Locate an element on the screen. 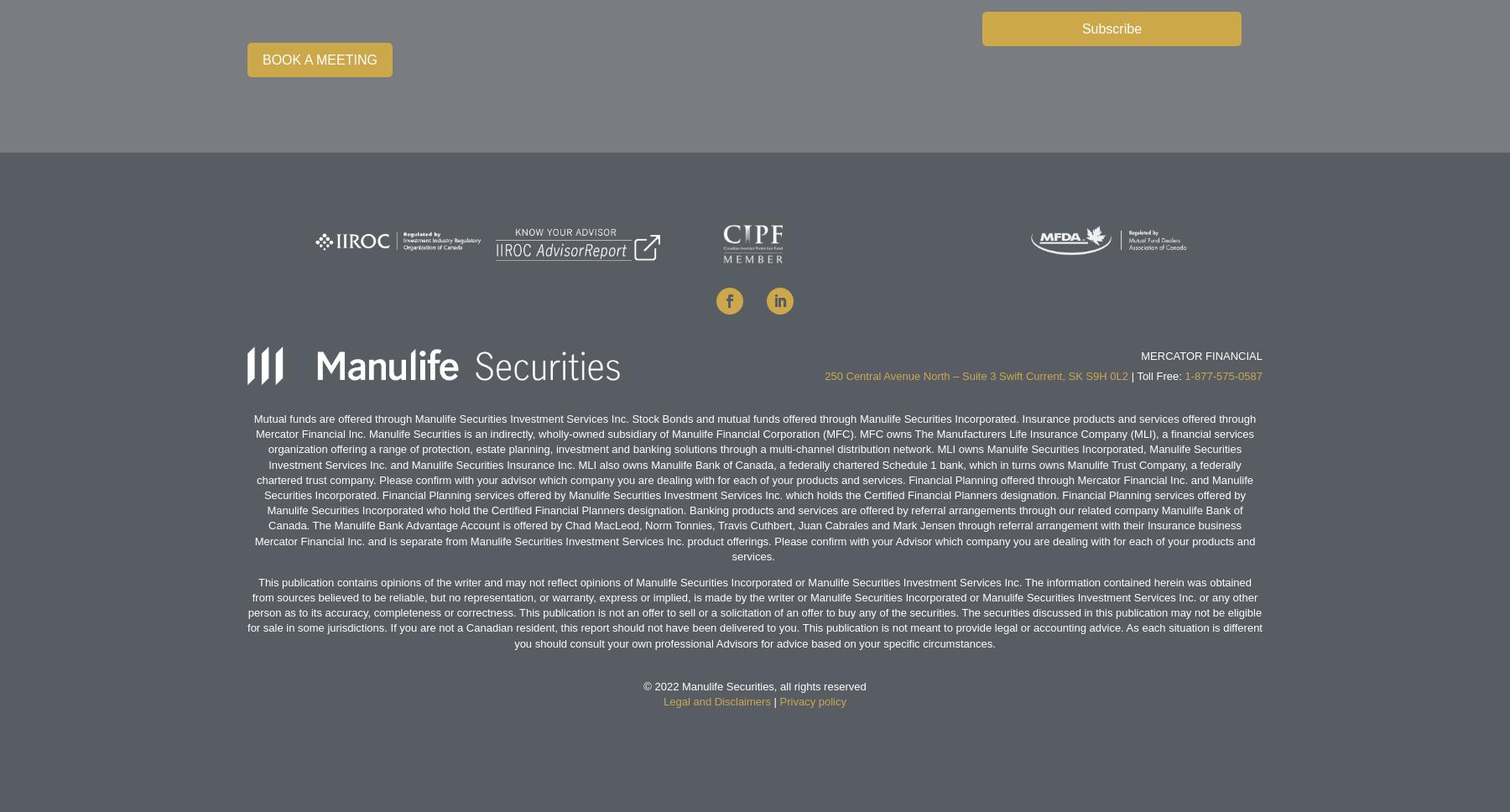  '|' is located at coordinates (773, 701).